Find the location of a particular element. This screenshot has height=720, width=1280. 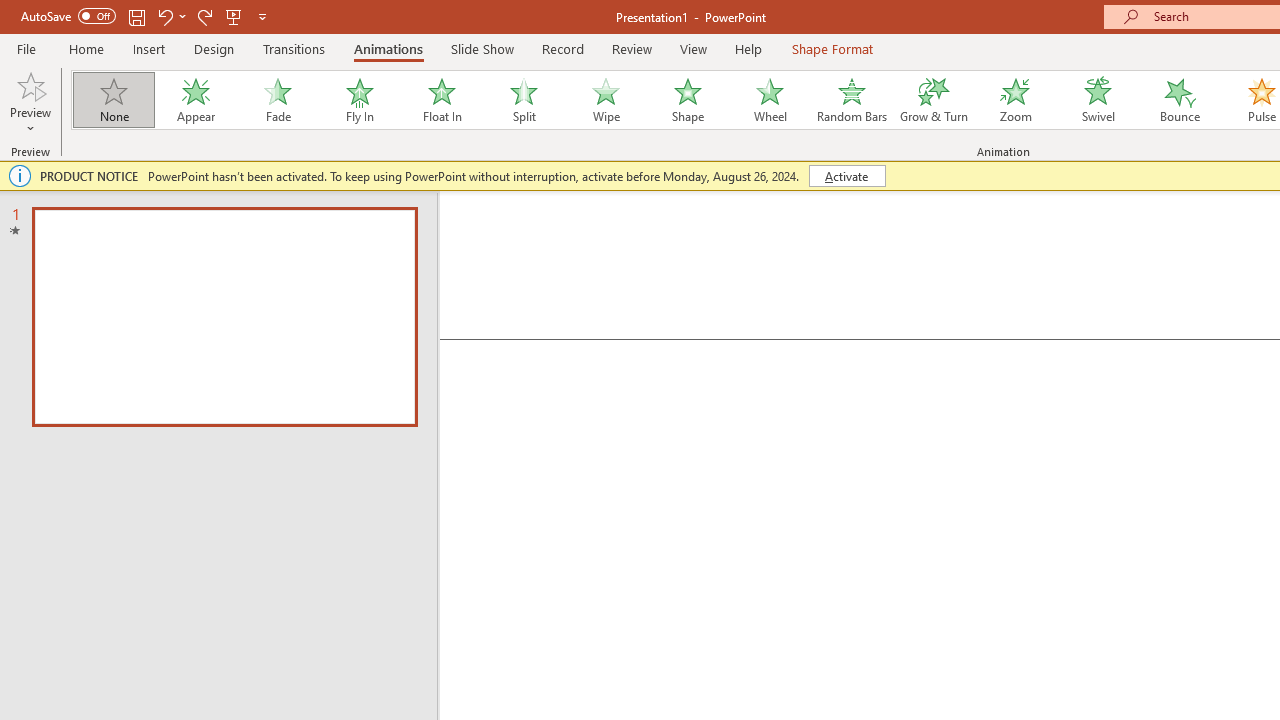

'Fade' is located at coordinates (276, 100).